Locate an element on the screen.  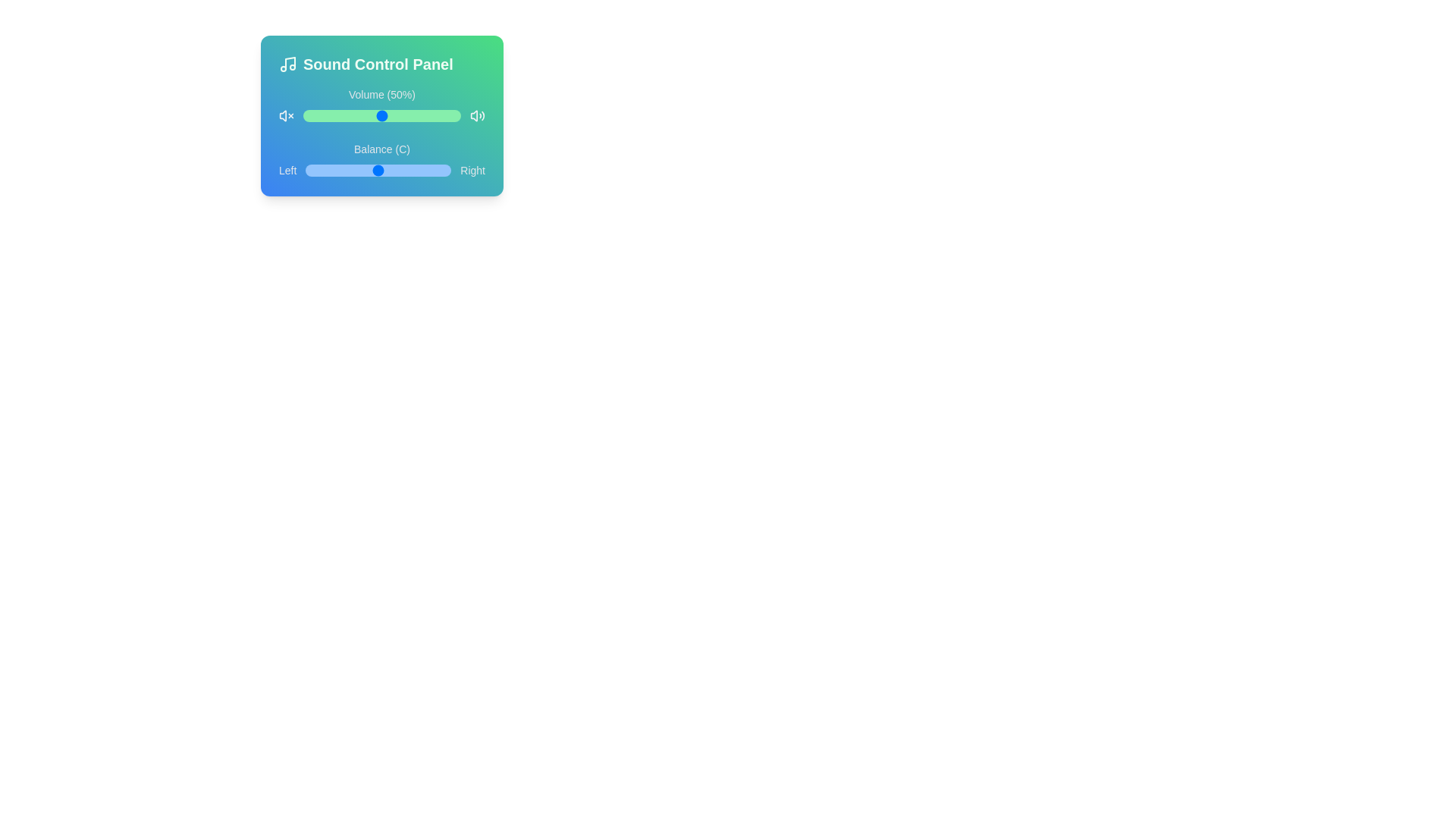
the volume slider is located at coordinates (390, 115).